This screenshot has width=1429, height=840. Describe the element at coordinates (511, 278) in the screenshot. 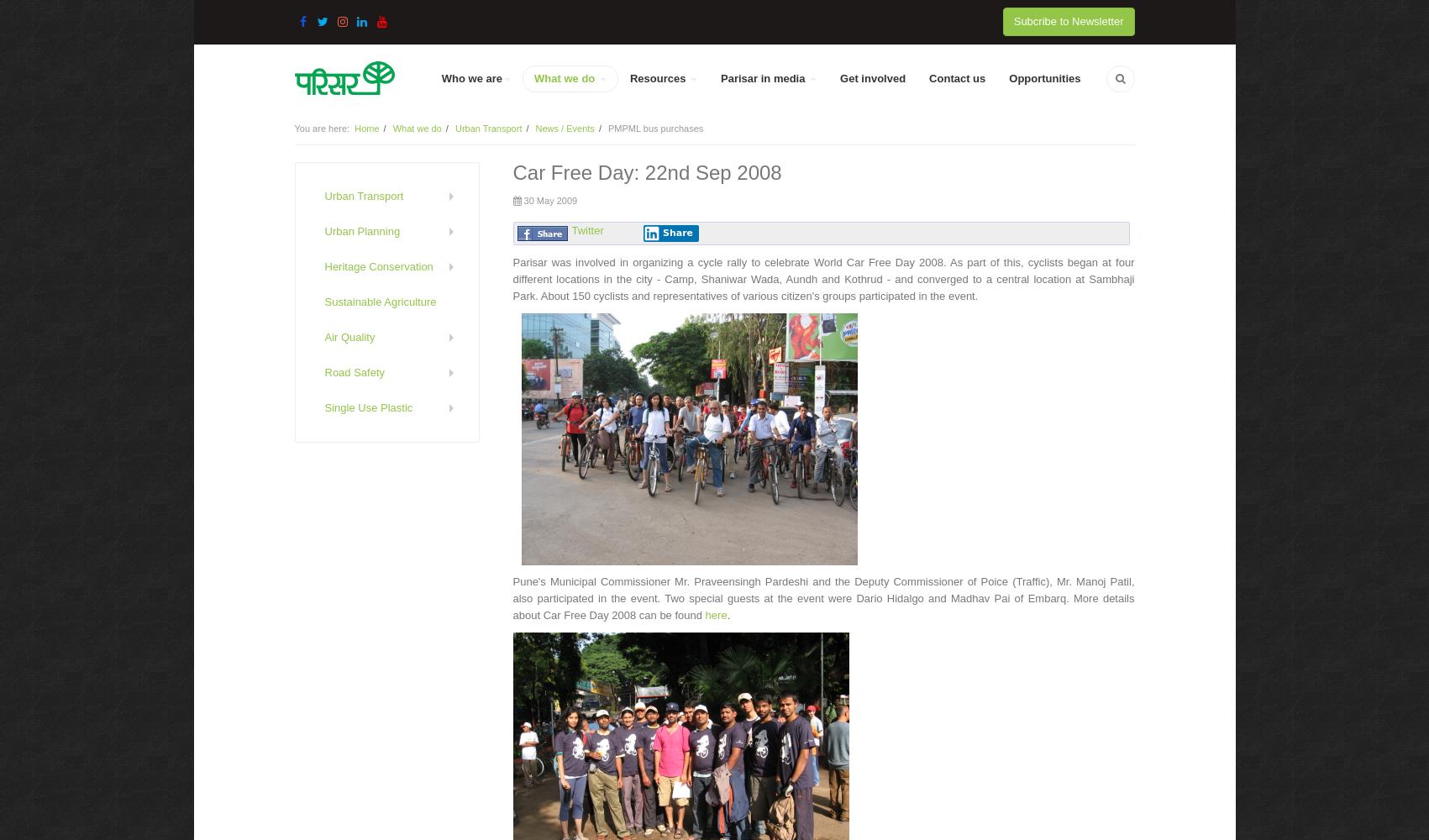

I see `'Parisar was involved in organizing a cycle rally to celebrate World Car Free Day 2008. As part of this, cyclists began at four different locations in the city - Camp, Shaniwar Wada, Aundh and Kothrud - and converged to a central location at Sambhaji Park. About 150 cyclists and representatives of various citizen's groups participated in the event.'` at that location.